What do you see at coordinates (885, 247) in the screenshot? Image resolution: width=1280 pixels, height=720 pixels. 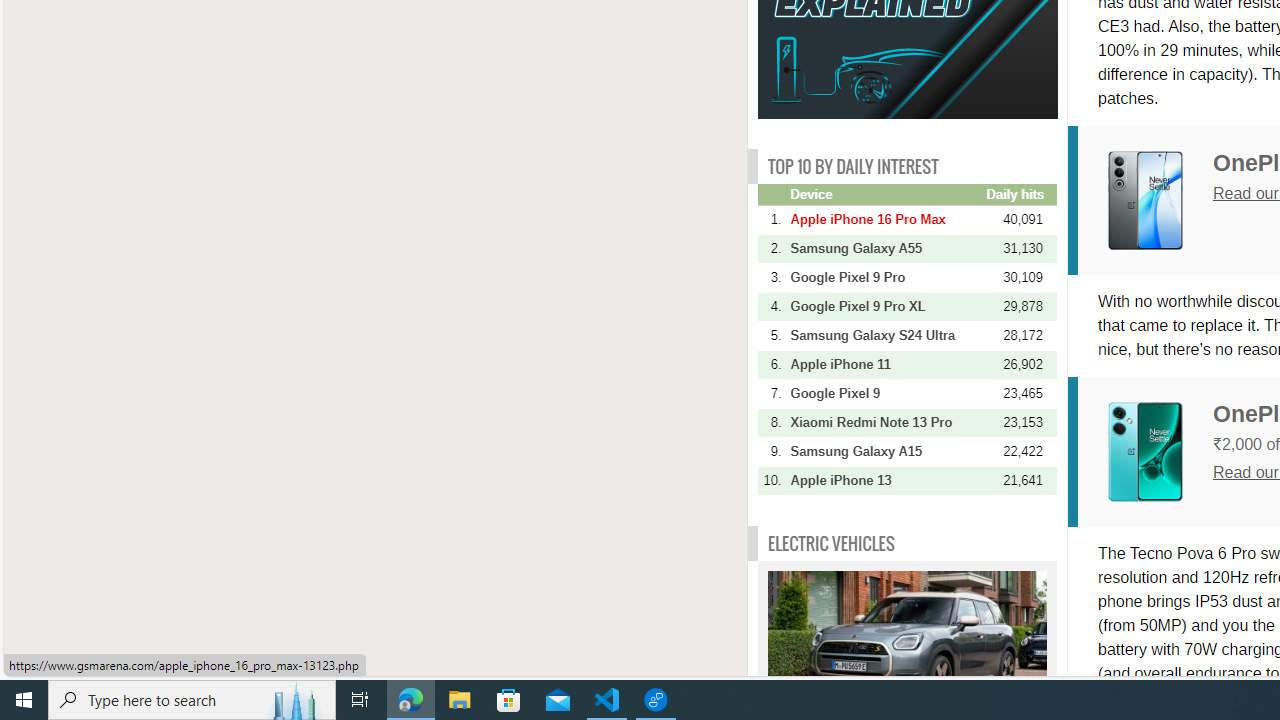 I see `'Samsung Galaxy A55'` at bounding box center [885, 247].